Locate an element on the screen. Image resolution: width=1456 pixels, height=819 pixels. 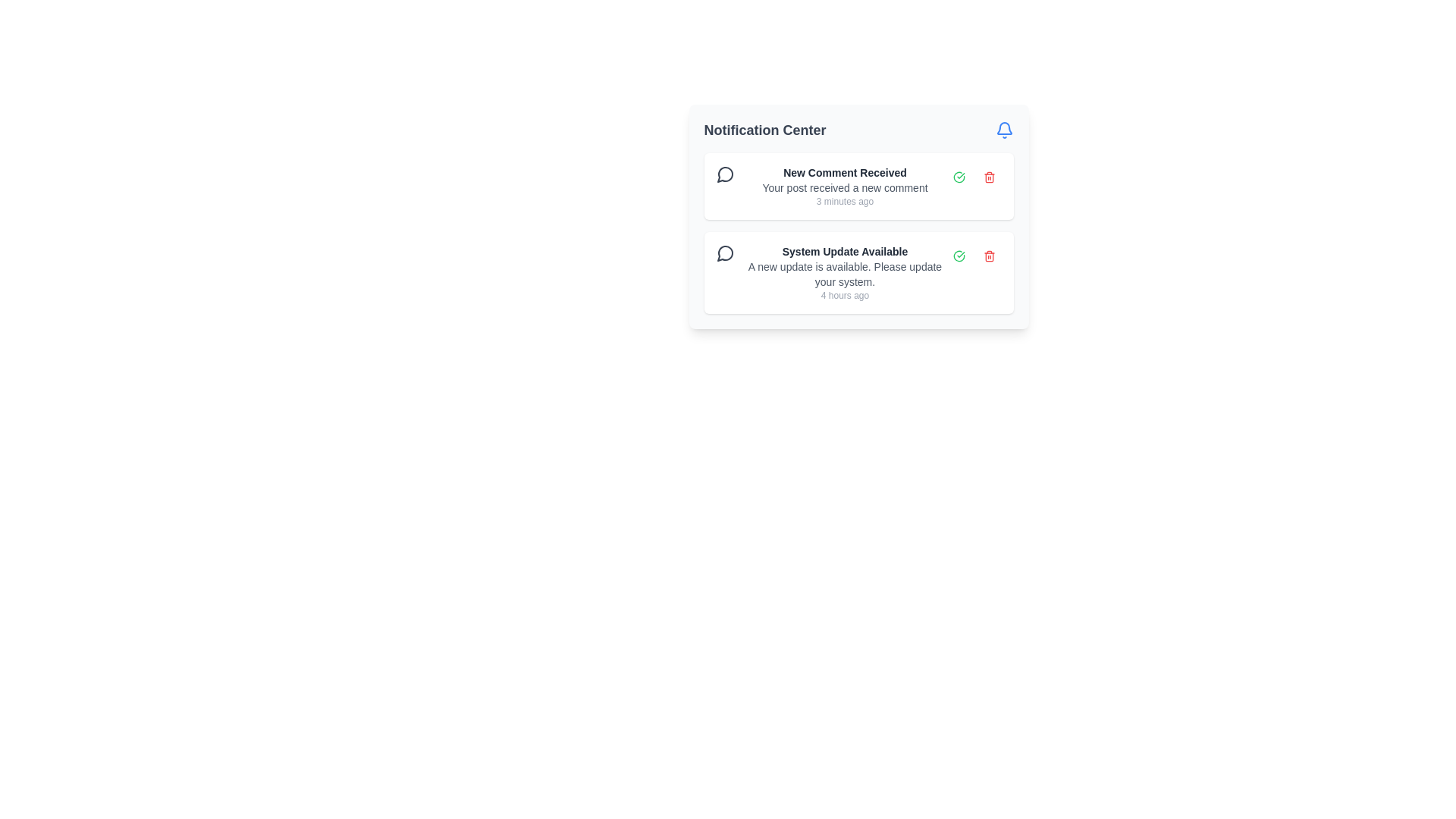
the red trash icon button, which is located at the far right of the notification titled 'System Update Available' is located at coordinates (989, 256).